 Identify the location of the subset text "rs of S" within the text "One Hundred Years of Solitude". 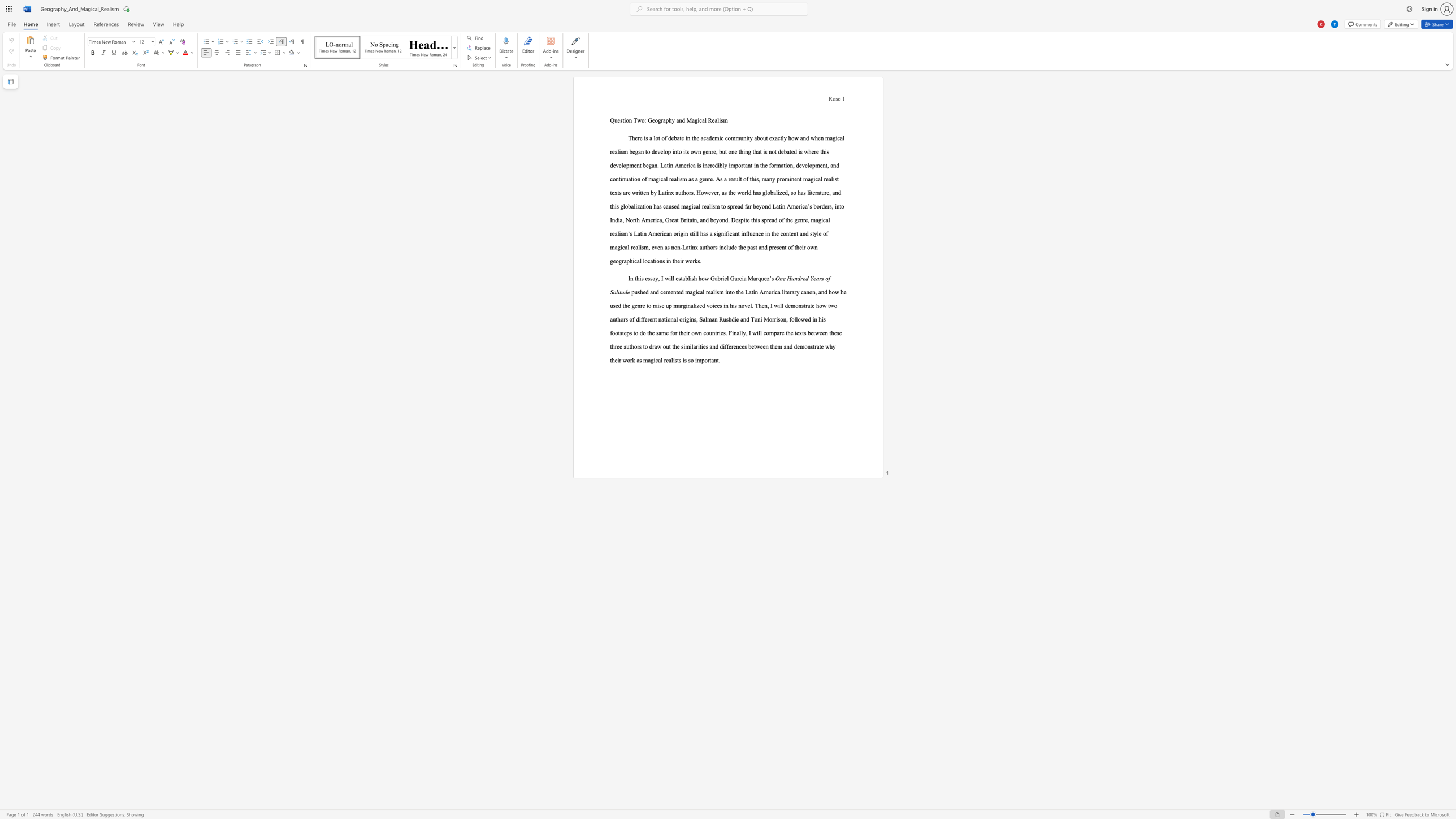
(818, 278).